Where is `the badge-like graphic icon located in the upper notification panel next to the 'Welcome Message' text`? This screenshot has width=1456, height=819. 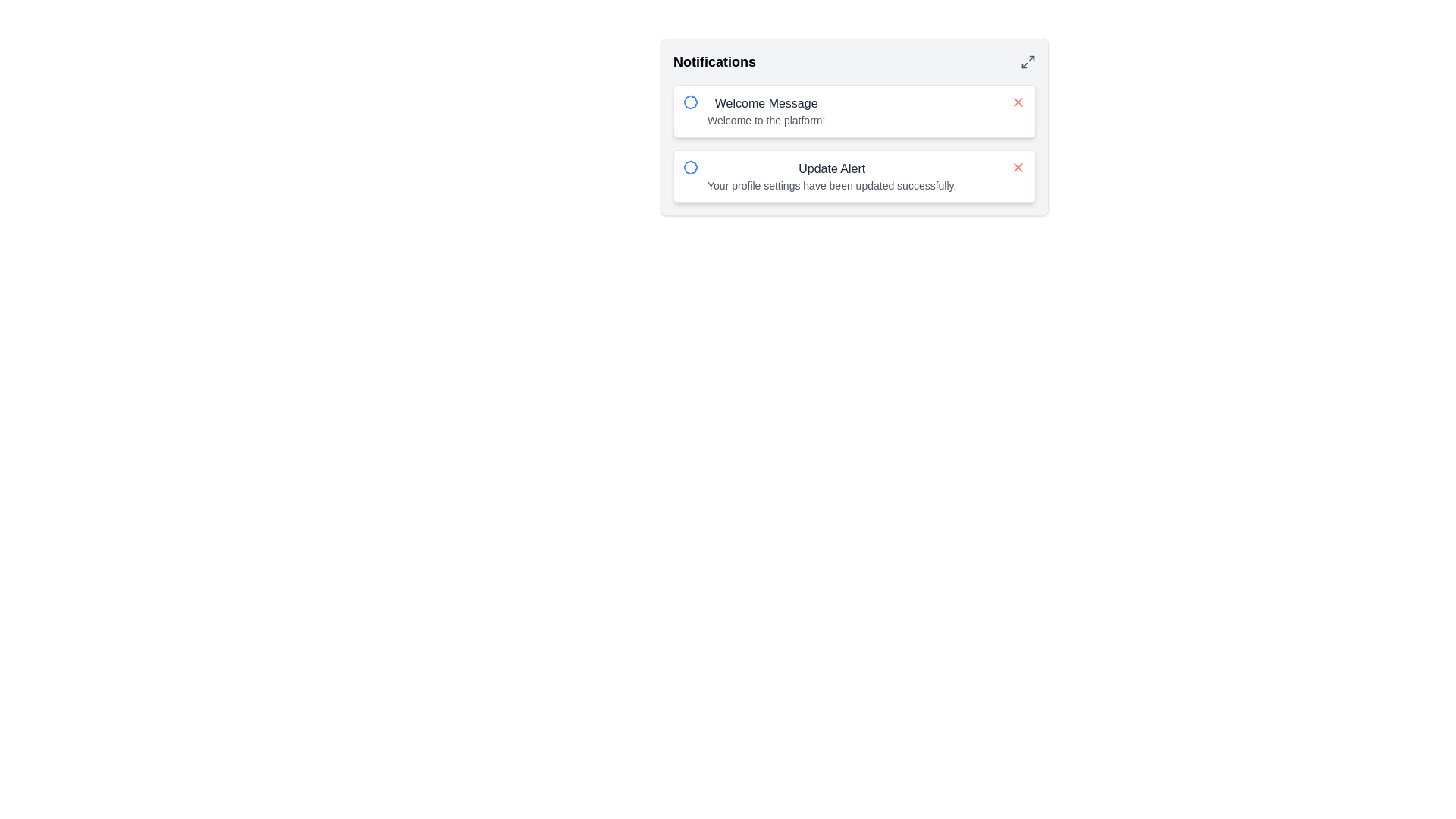
the badge-like graphic icon located in the upper notification panel next to the 'Welcome Message' text is located at coordinates (690, 102).